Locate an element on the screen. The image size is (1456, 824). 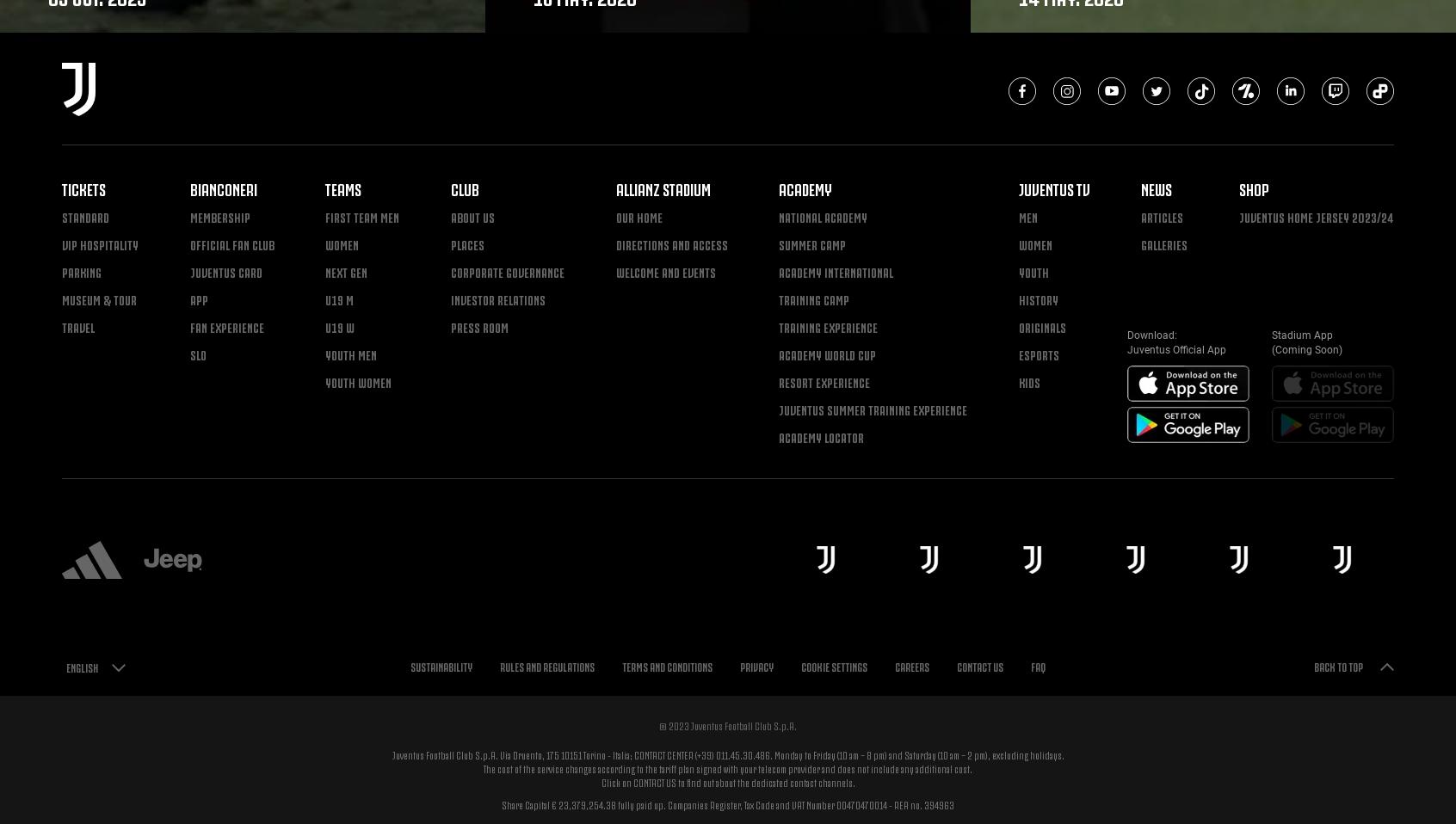
'Juventus Official App' is located at coordinates (1176, 349).